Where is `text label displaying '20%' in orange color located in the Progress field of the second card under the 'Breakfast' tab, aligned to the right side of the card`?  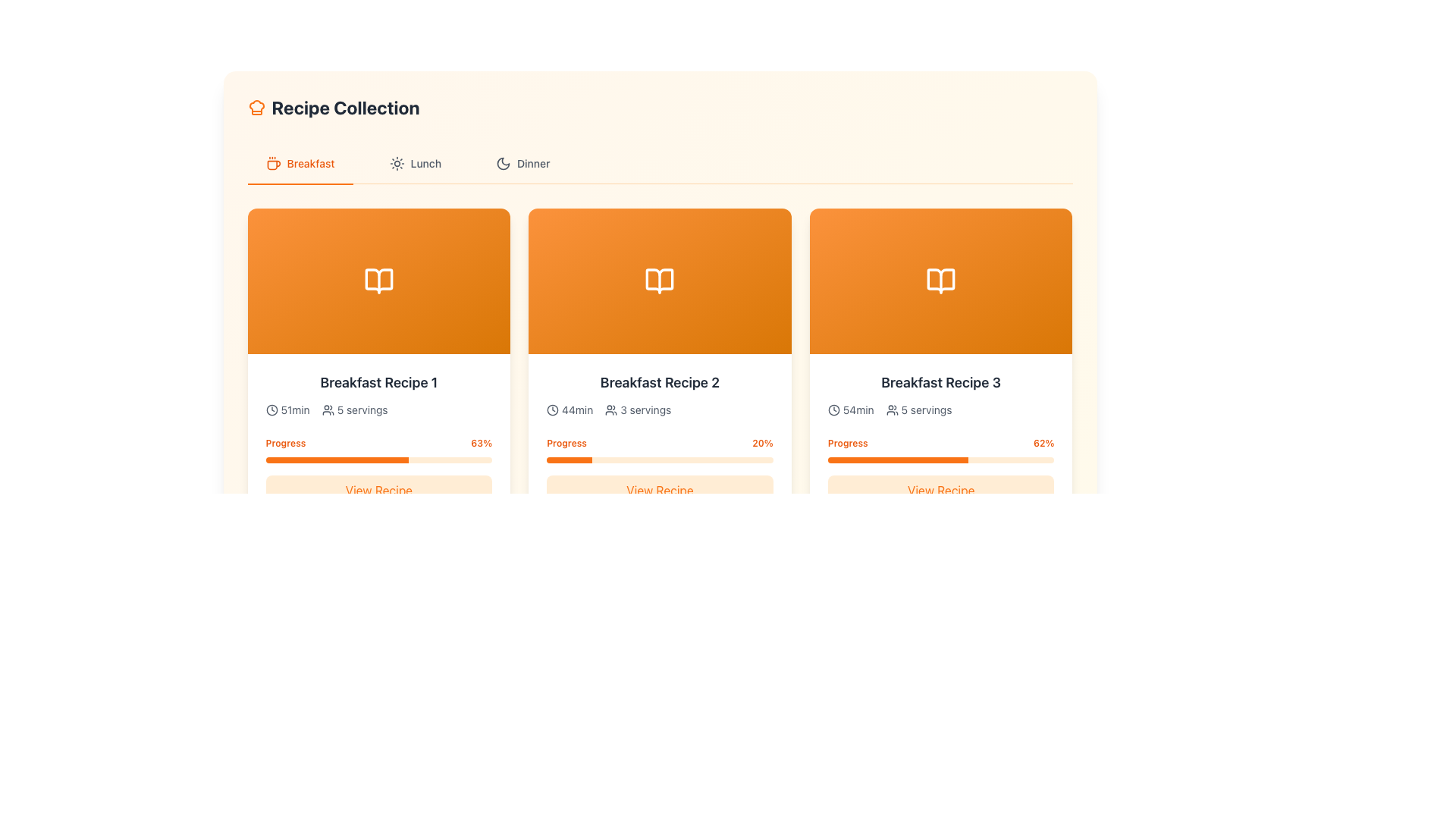
text label displaying '20%' in orange color located in the Progress field of the second card under the 'Breakfast' tab, aligned to the right side of the card is located at coordinates (763, 441).